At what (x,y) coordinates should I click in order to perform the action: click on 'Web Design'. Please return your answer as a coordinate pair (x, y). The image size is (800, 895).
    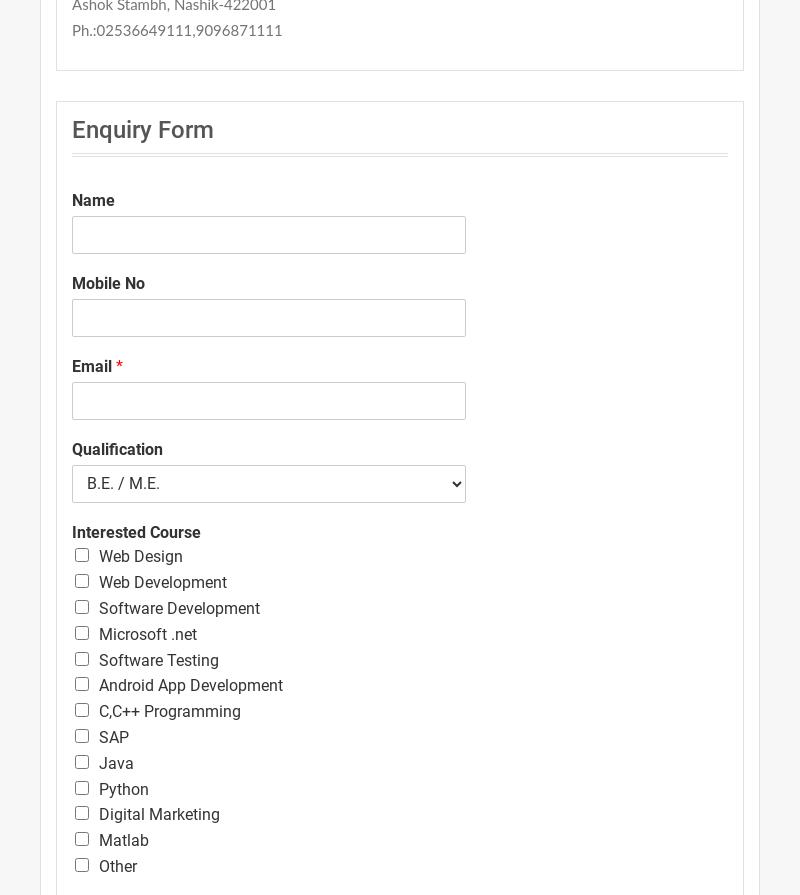
    Looking at the image, I should click on (141, 555).